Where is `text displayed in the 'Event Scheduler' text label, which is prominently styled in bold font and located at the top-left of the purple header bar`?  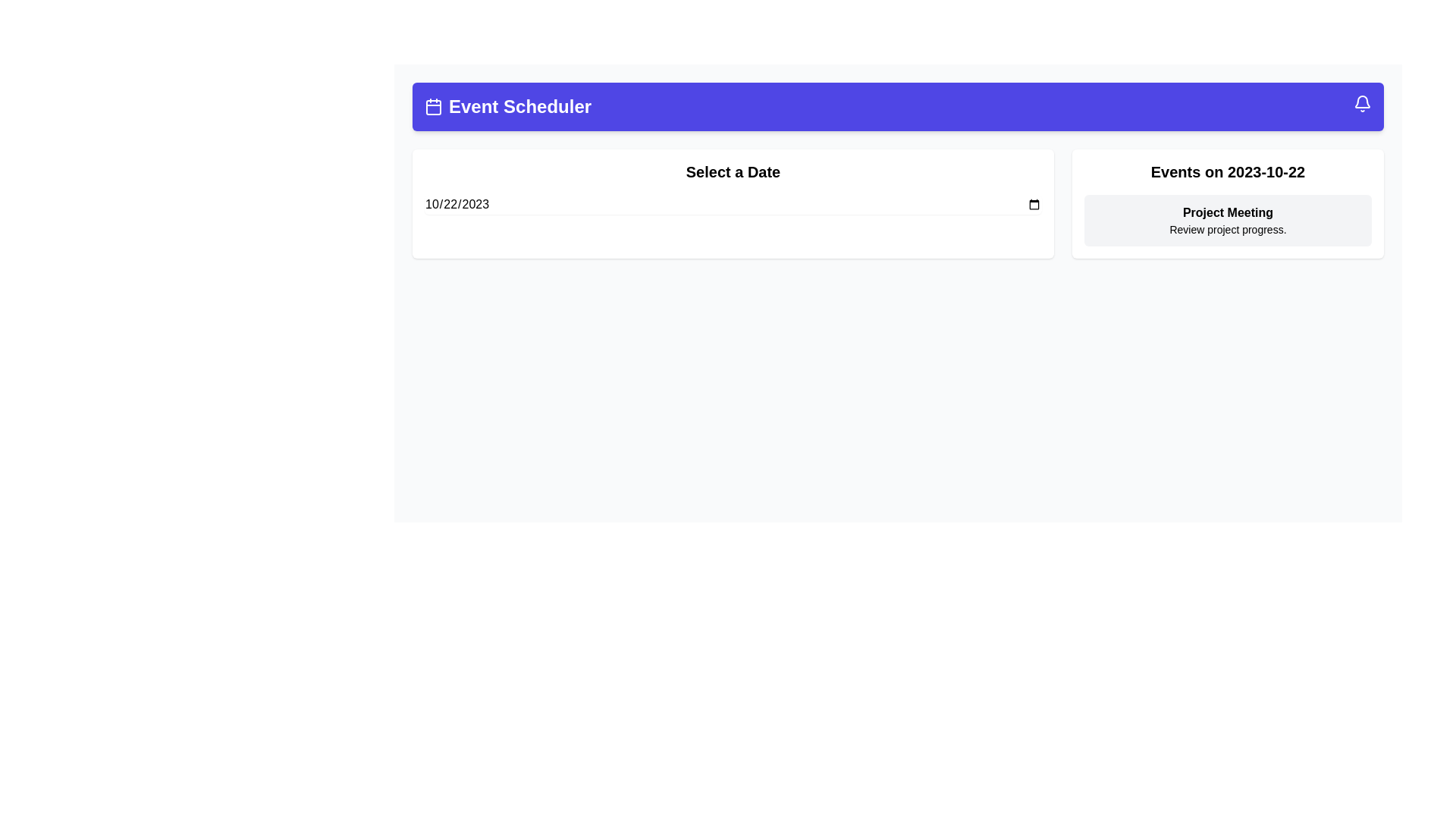
text displayed in the 'Event Scheduler' text label, which is prominently styled in bold font and located at the top-left of the purple header bar is located at coordinates (508, 106).